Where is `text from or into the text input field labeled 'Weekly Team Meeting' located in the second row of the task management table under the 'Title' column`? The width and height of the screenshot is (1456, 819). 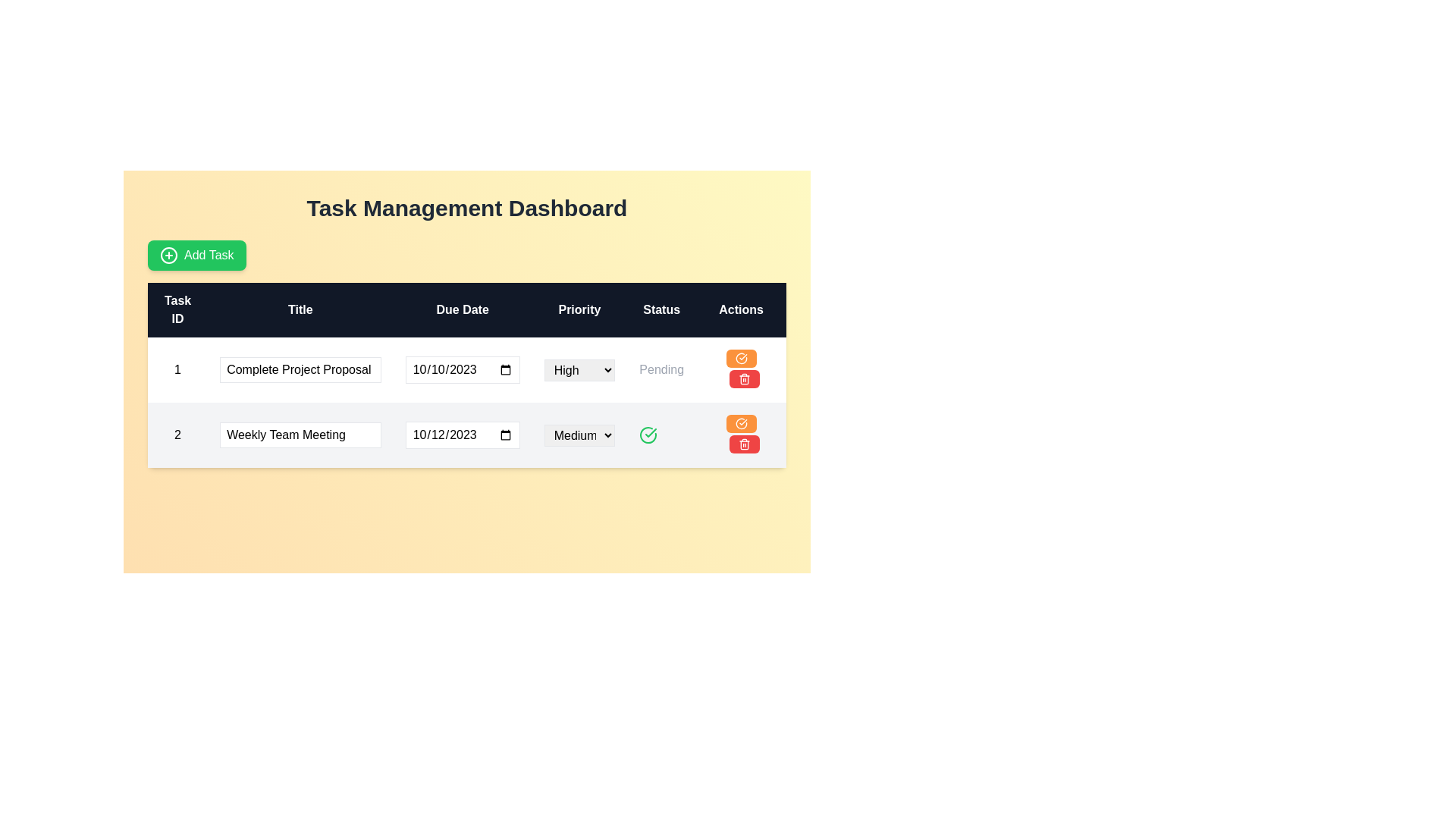 text from or into the text input field labeled 'Weekly Team Meeting' located in the second row of the task management table under the 'Title' column is located at coordinates (300, 435).